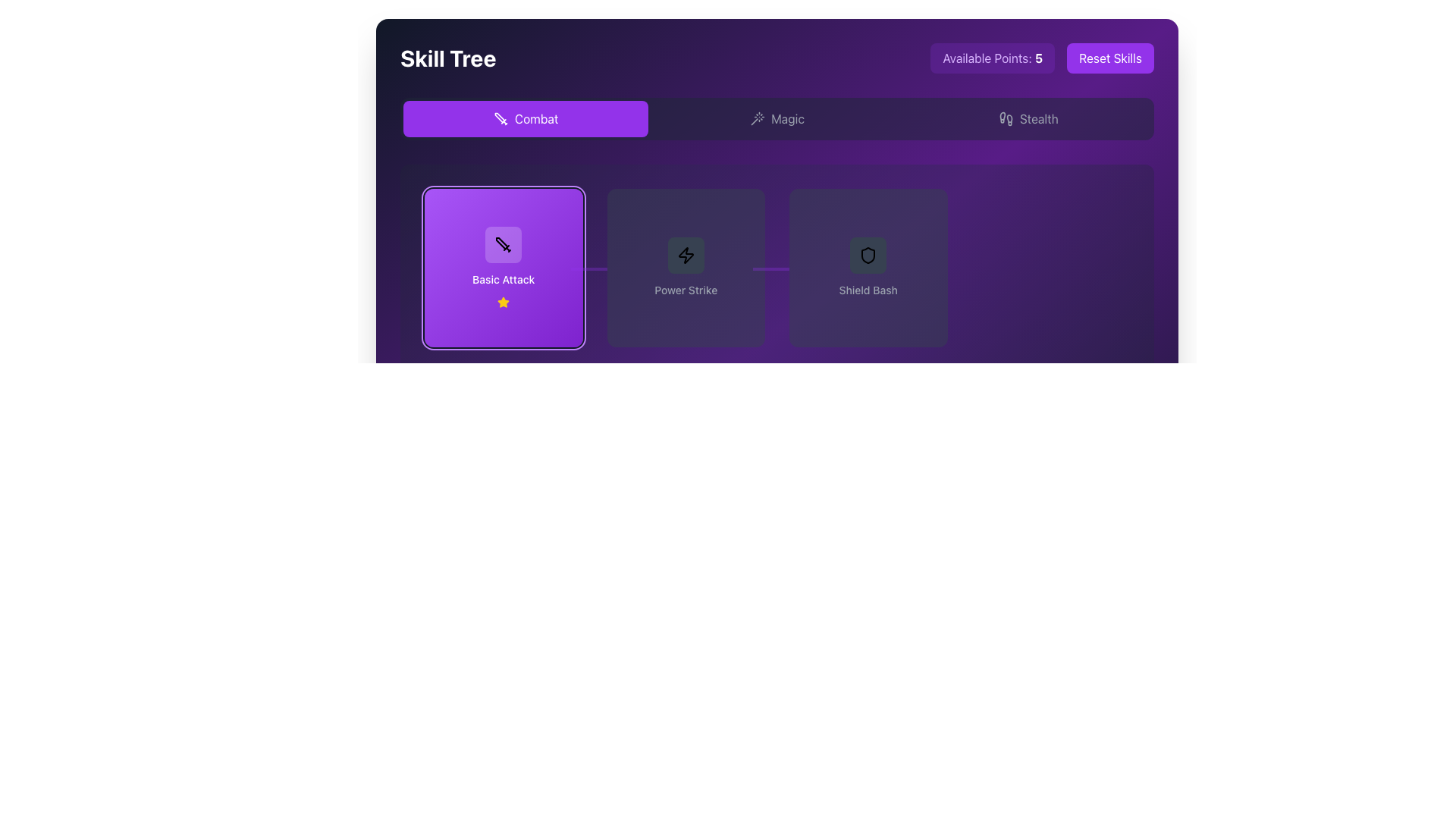  I want to click on label of the skill associated with the first purple rectangular box in the skill tree display, which contains descriptive information about the skill, so click(504, 280).